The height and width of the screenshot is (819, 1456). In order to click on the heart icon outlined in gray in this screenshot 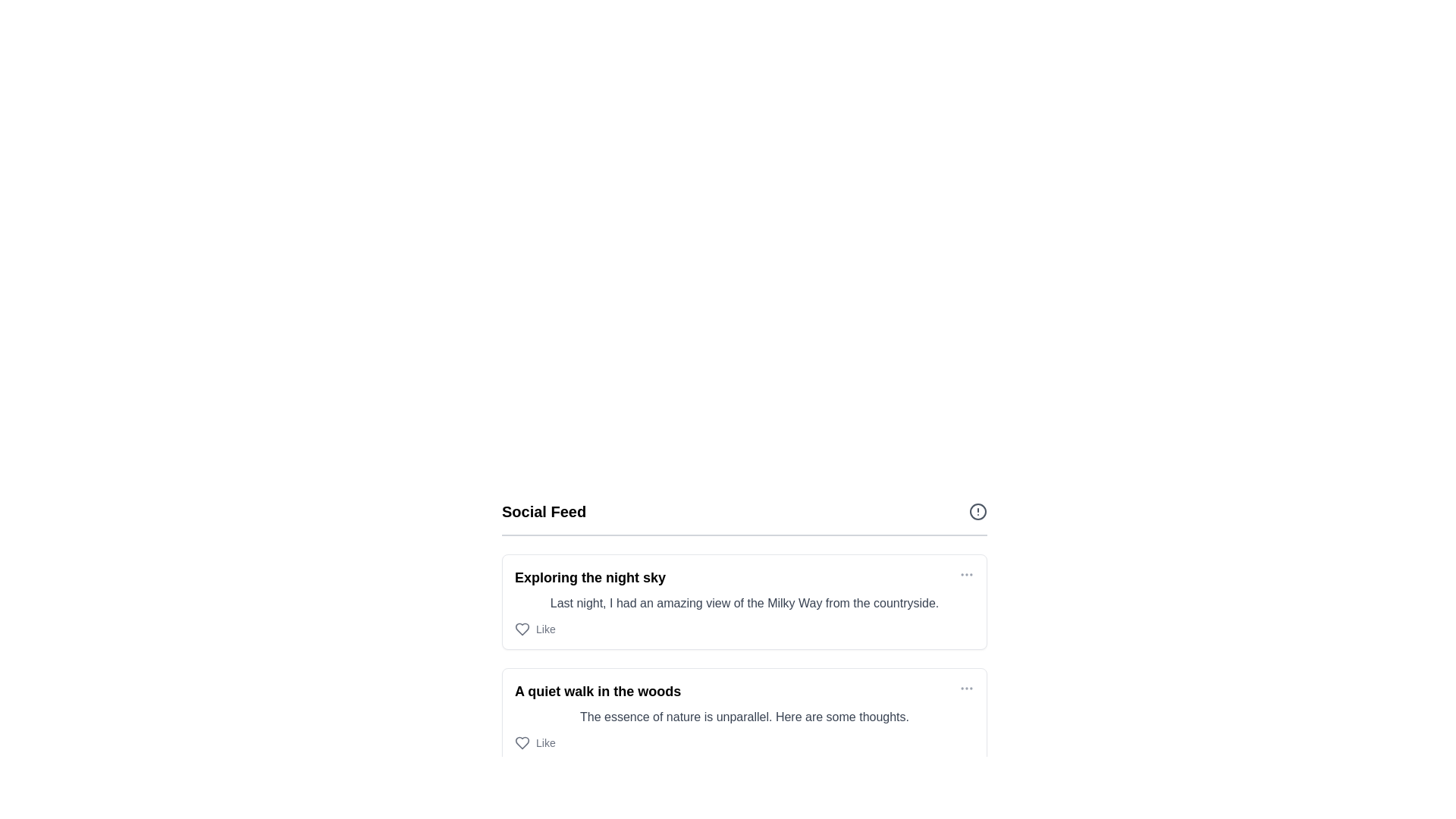, I will do `click(522, 742)`.